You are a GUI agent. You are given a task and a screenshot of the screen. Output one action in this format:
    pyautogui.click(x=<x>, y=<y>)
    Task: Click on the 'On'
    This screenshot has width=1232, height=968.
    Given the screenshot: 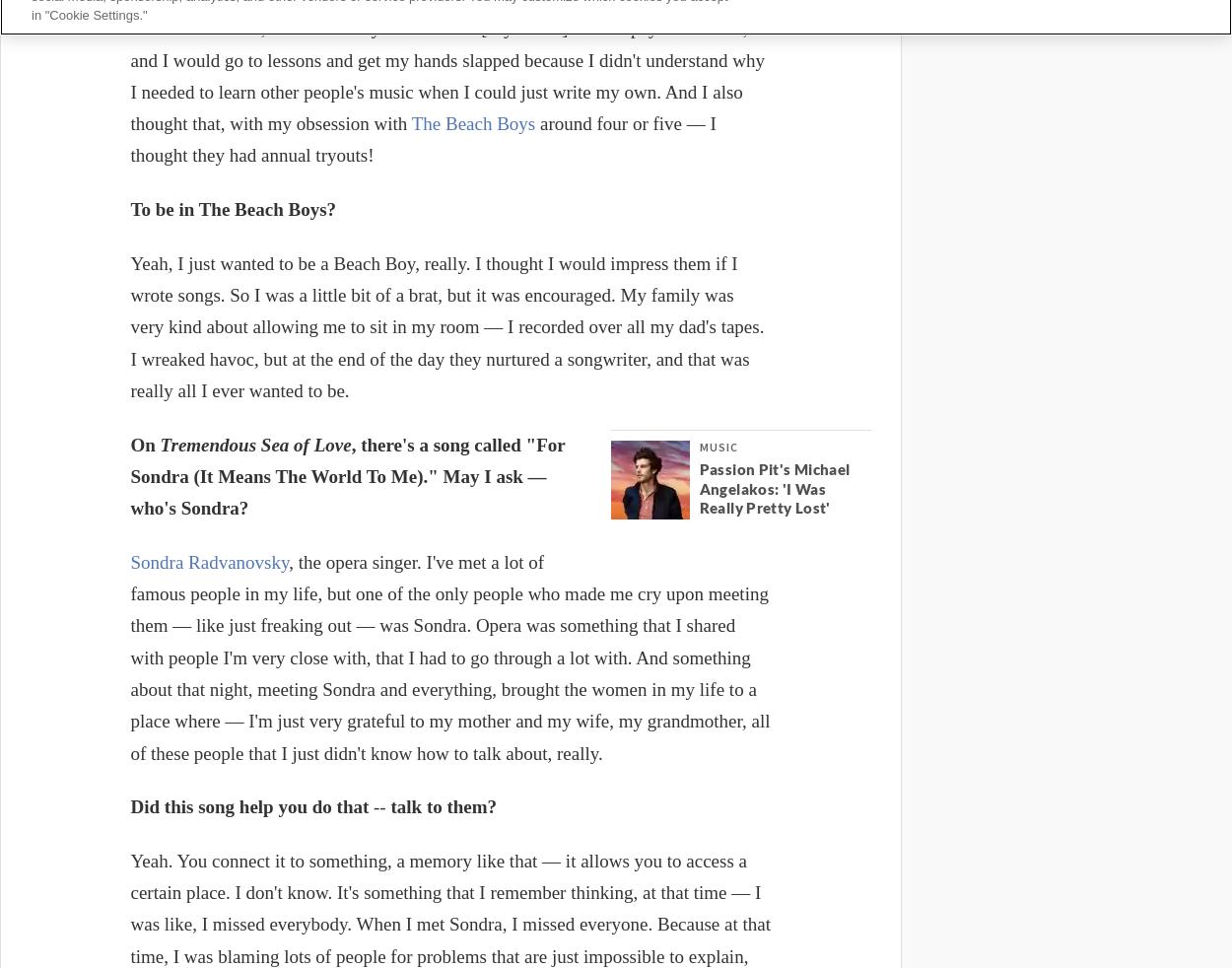 What is the action you would take?
    pyautogui.click(x=145, y=444)
    